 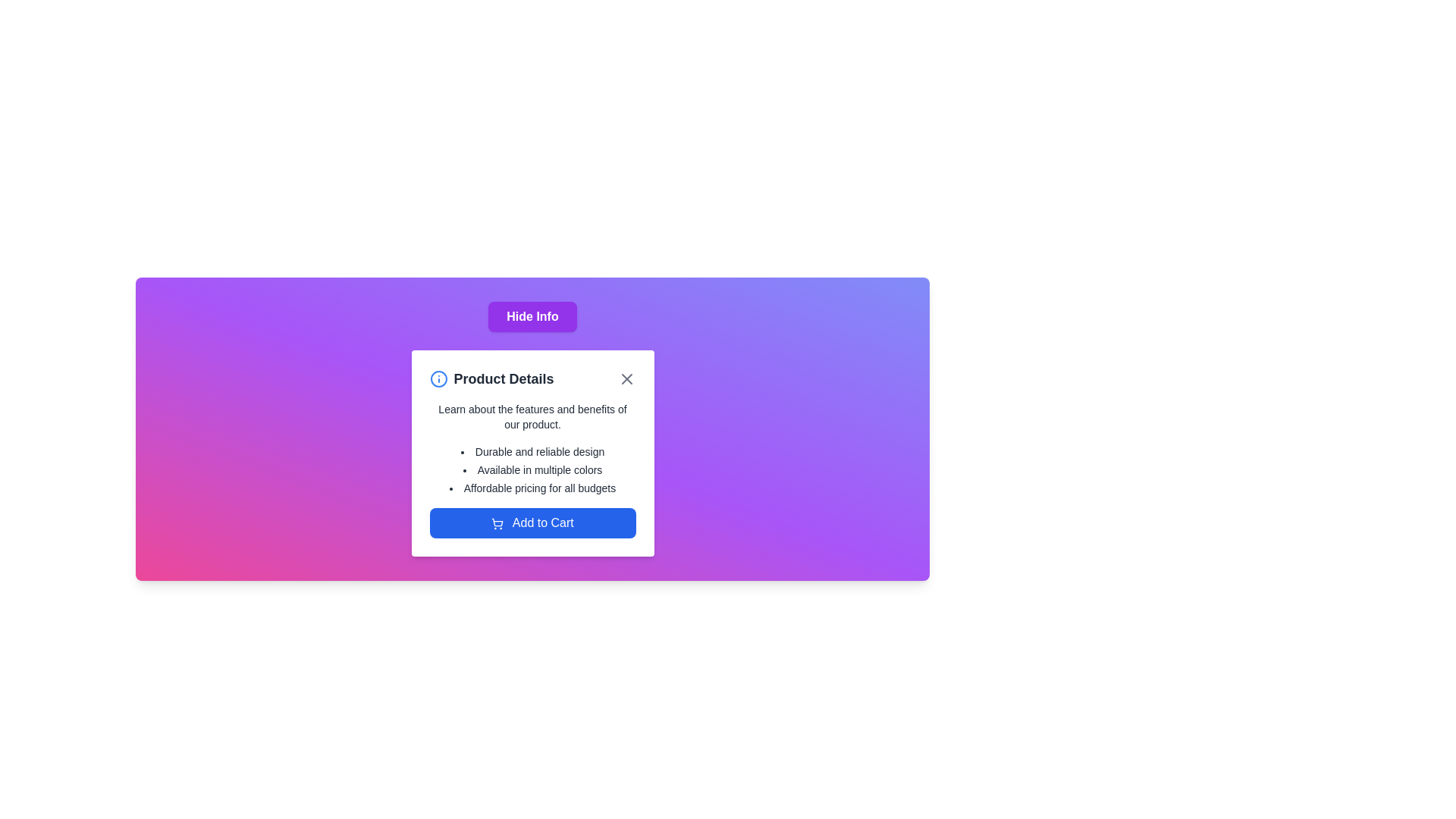 What do you see at coordinates (497, 522) in the screenshot?
I see `the small blue shopping cart icon located on the left side inside the 'Add to Cart' button` at bounding box center [497, 522].